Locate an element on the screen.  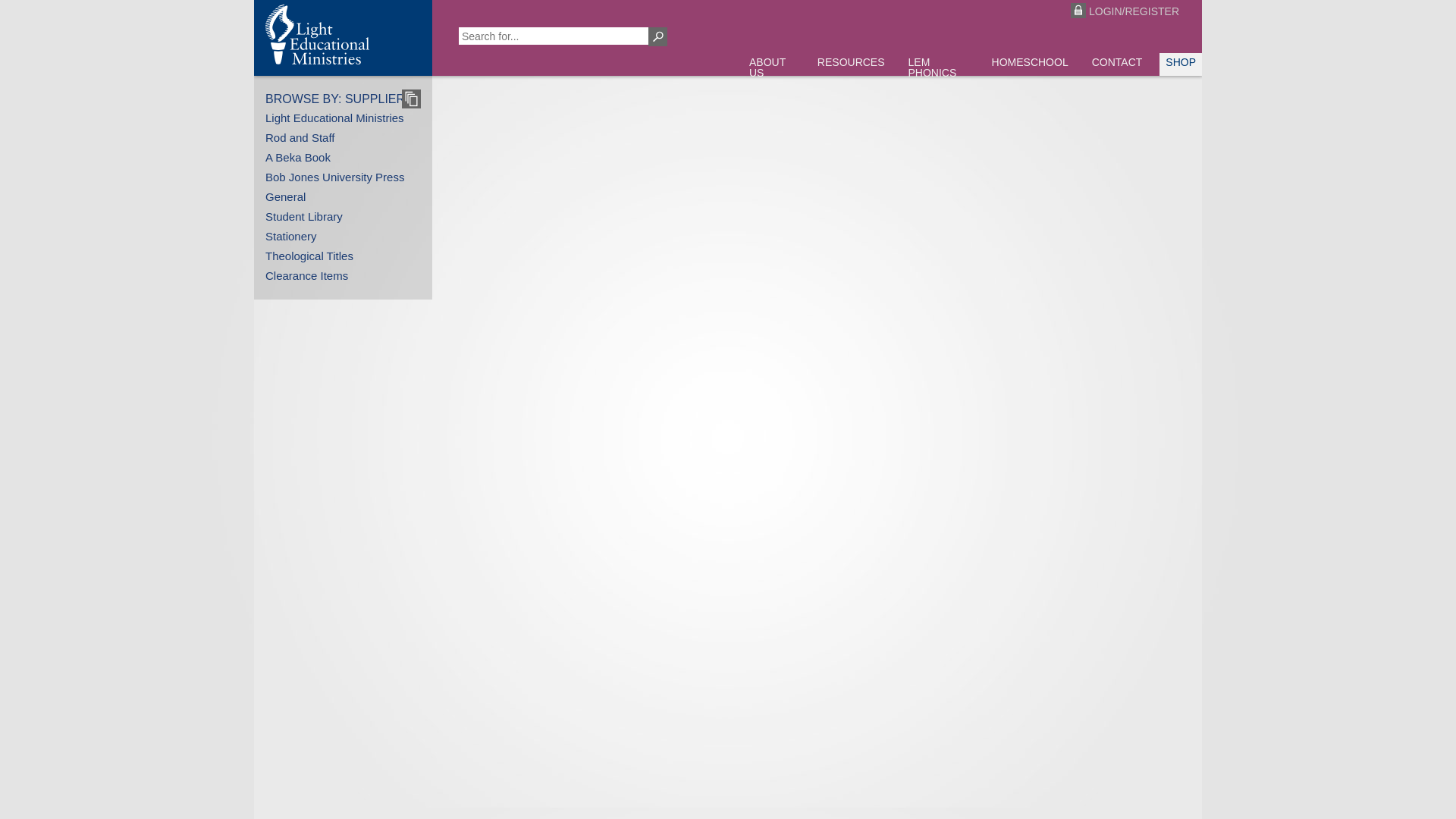
'CONTACT' is located at coordinates (1117, 63).